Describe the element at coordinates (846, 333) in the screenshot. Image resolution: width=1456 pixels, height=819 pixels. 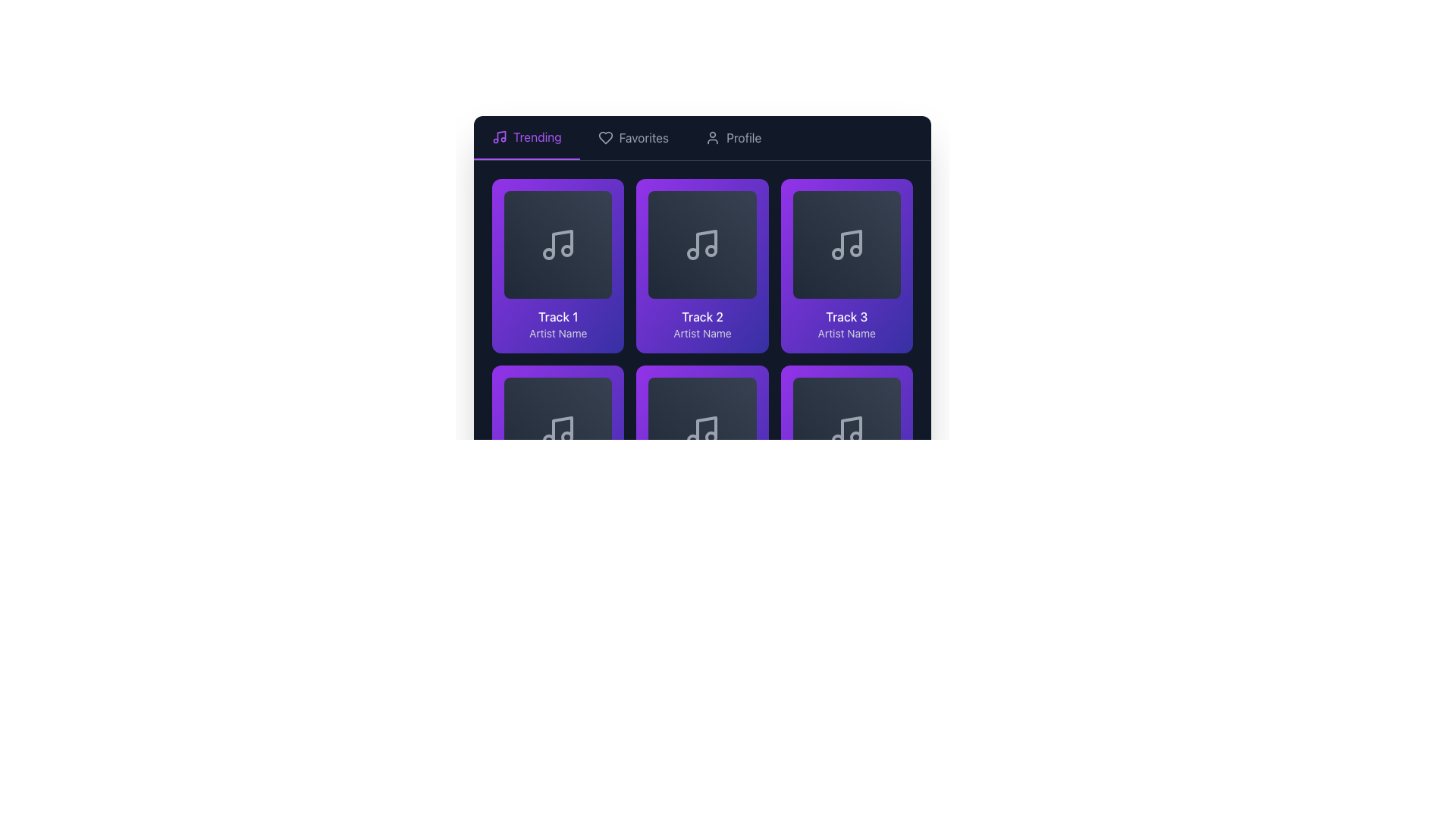
I see `displayed text of the label showing the artist's name for 'Track 3', located at the bottom of the card` at that location.